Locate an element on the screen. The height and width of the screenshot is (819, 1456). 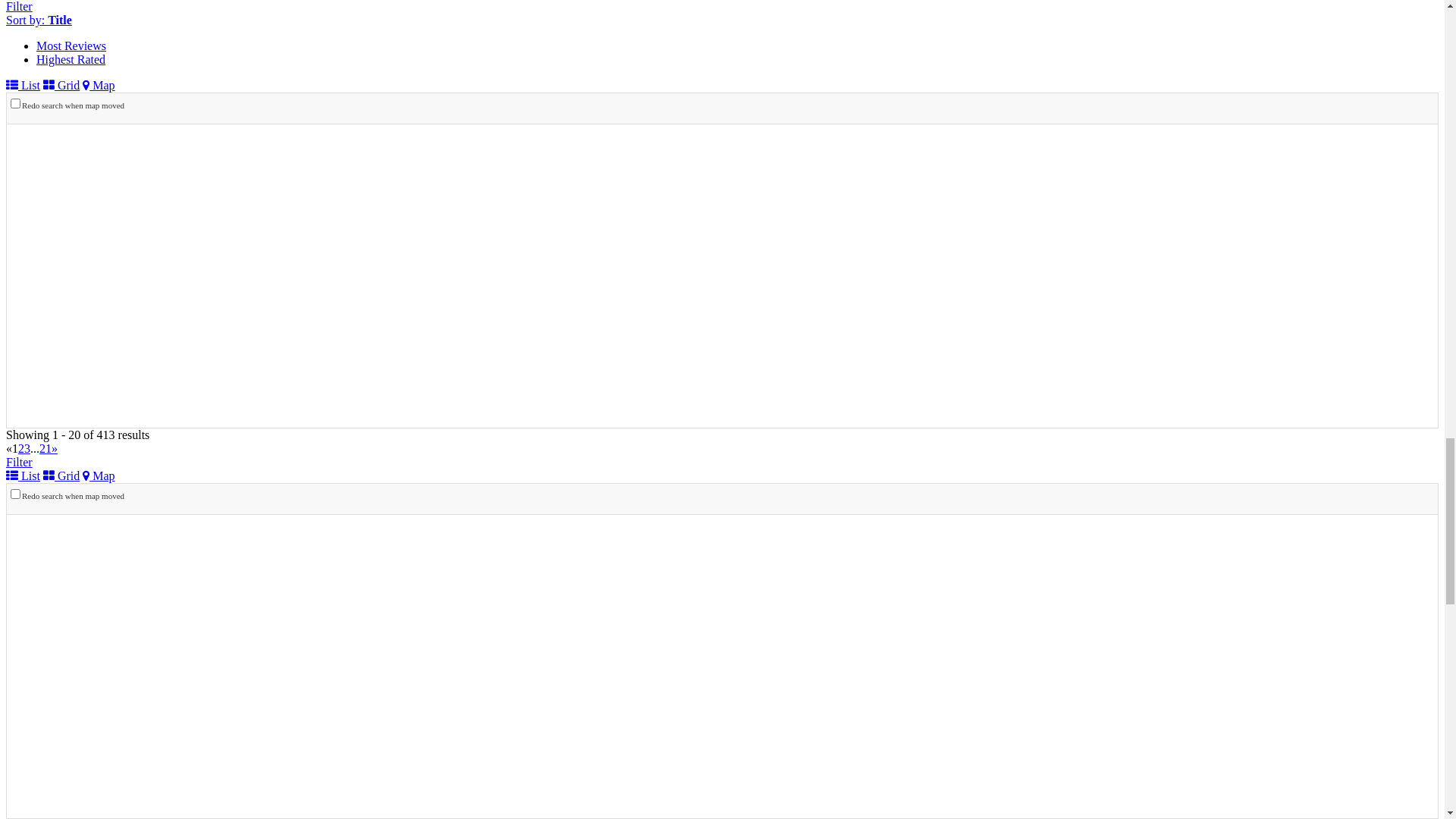
'Skip to content' is located at coordinates (6, 12).